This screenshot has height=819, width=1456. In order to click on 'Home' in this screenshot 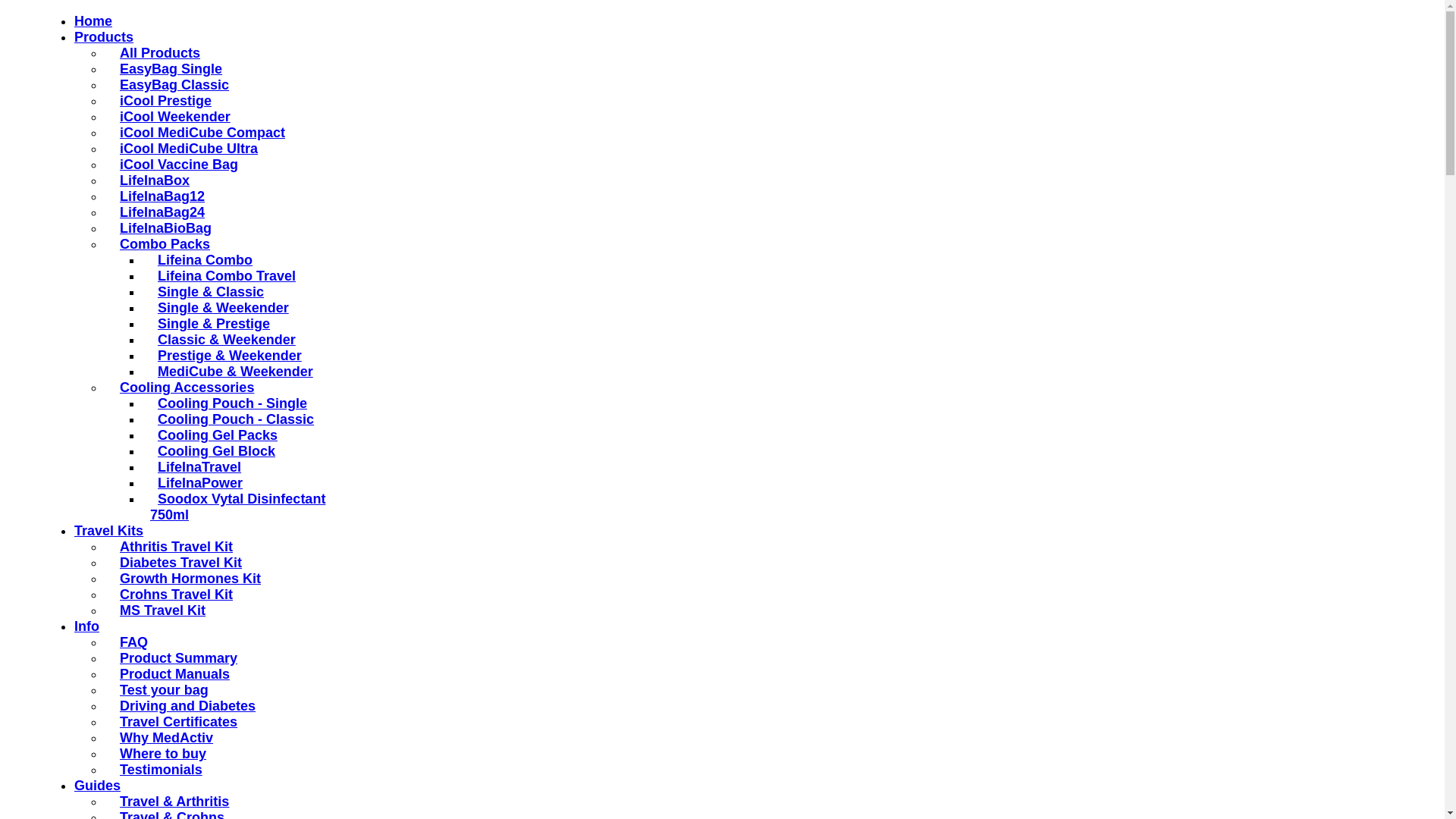, I will do `click(93, 20)`.